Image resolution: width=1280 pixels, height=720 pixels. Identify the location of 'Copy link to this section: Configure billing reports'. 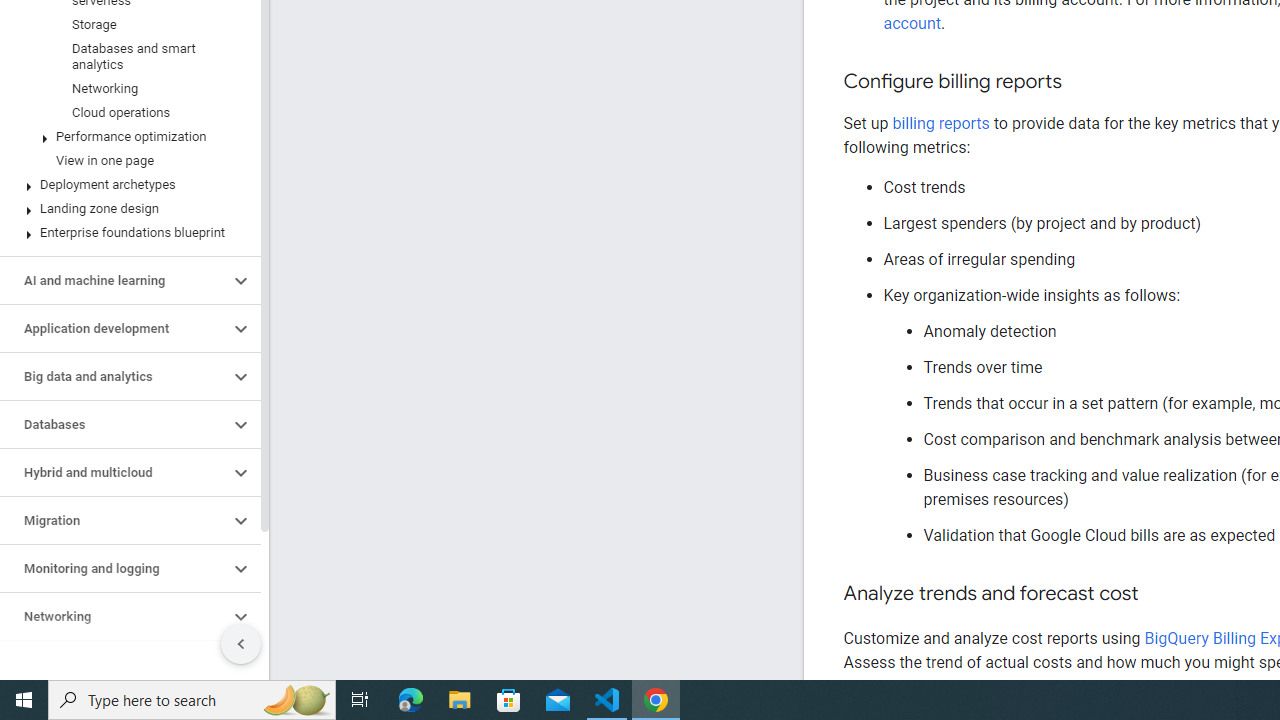
(1080, 81).